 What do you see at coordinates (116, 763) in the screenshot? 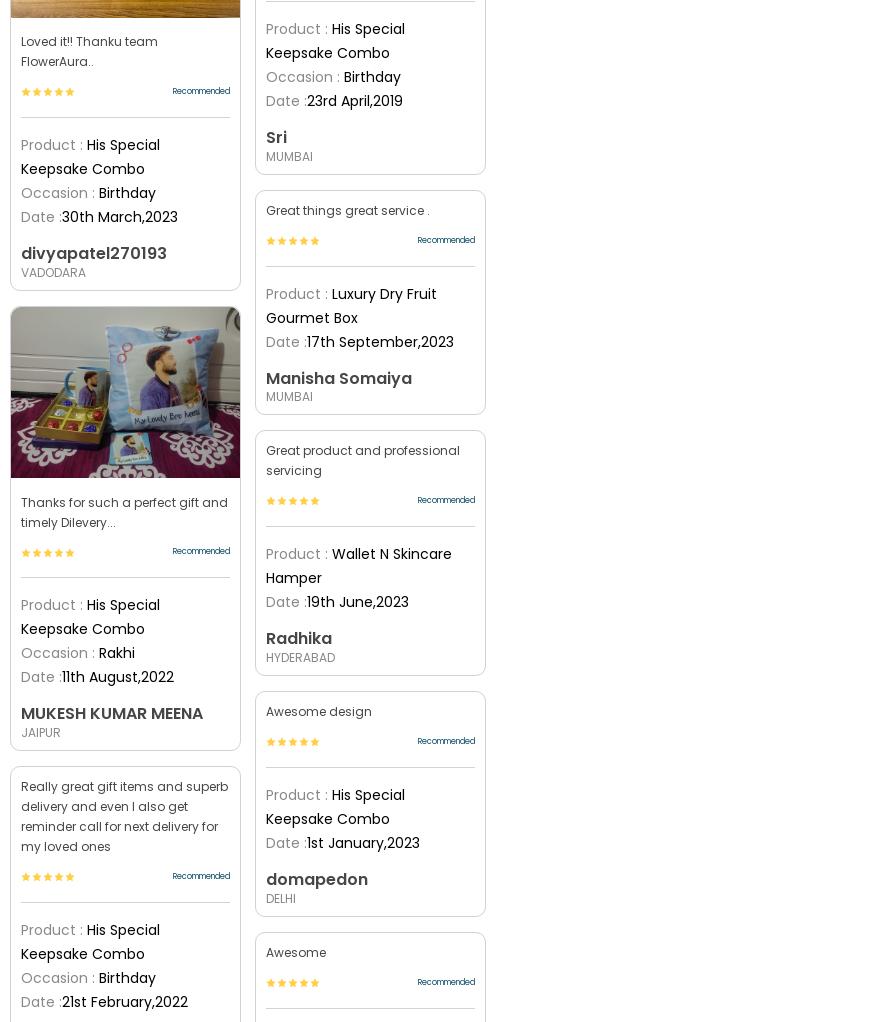
I see `'Atta Ladoo With Lord Ganesha Idol'` at bounding box center [116, 763].